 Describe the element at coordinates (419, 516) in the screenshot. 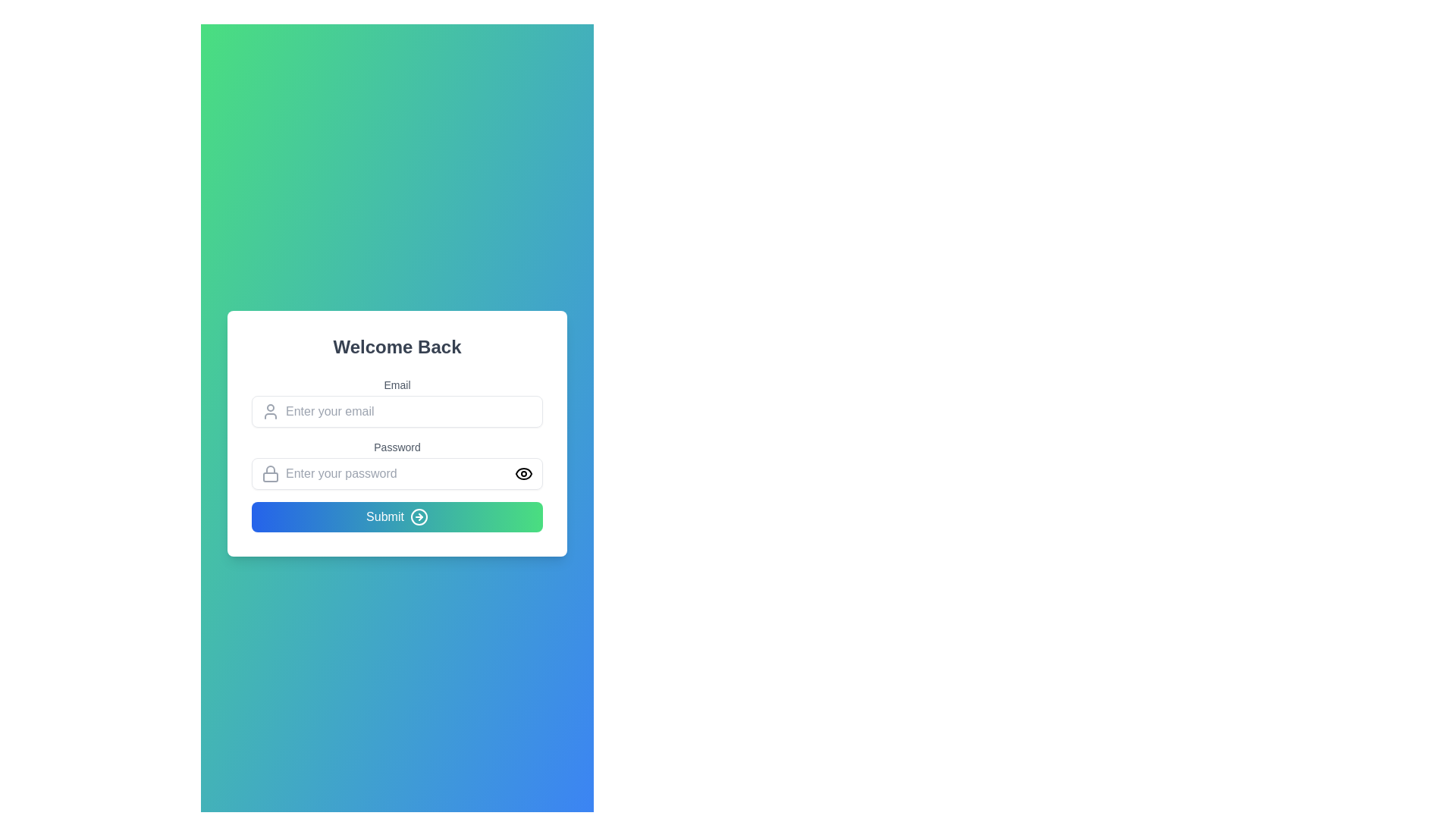

I see `the circular arrow icon pointing to the right located within the 'Submit' button for visual feedback` at that location.